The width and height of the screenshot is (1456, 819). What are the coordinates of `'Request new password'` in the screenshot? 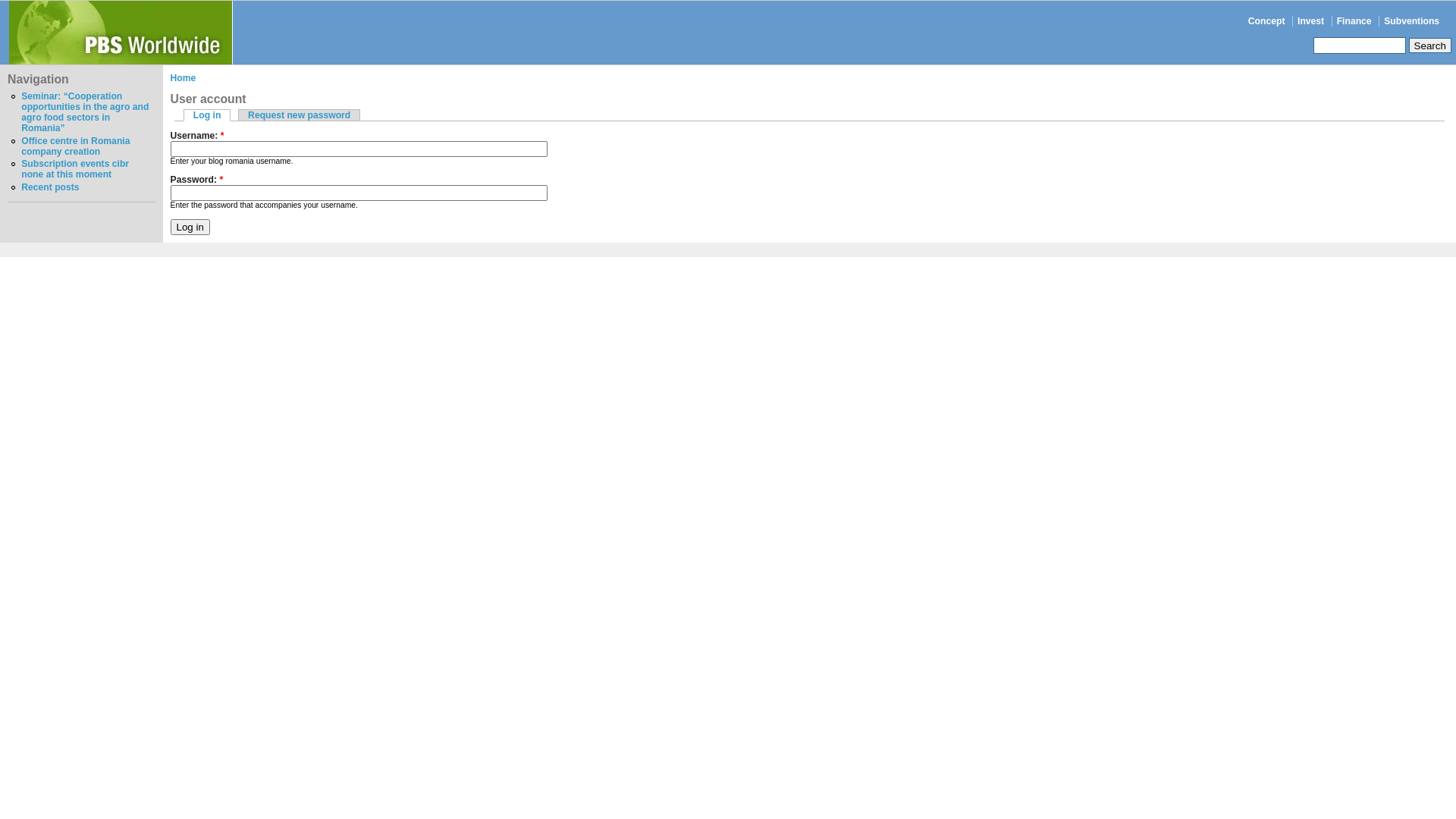 It's located at (237, 114).